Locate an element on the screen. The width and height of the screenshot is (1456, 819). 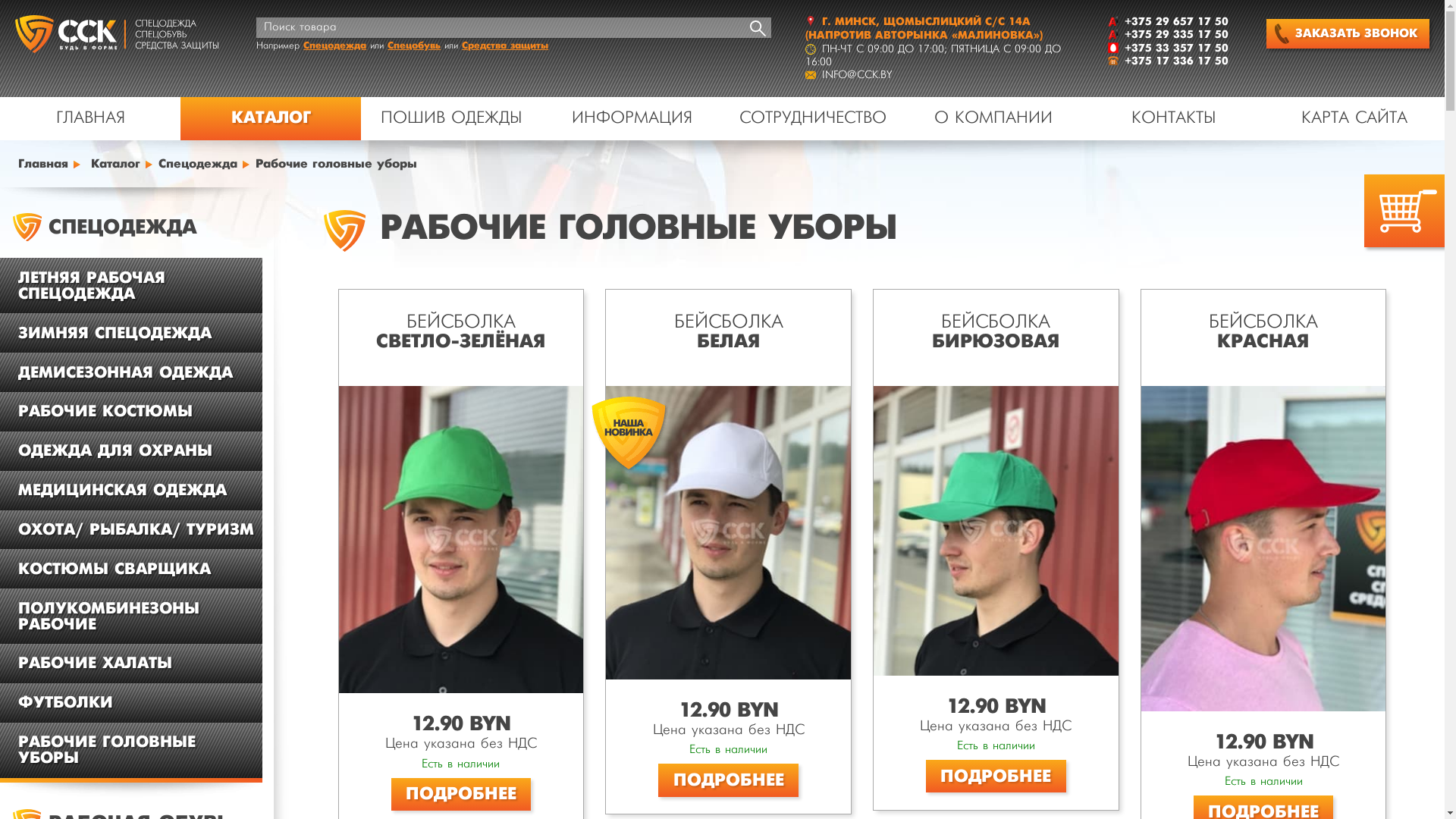
'+375 29 657 17 50' is located at coordinates (1175, 21).